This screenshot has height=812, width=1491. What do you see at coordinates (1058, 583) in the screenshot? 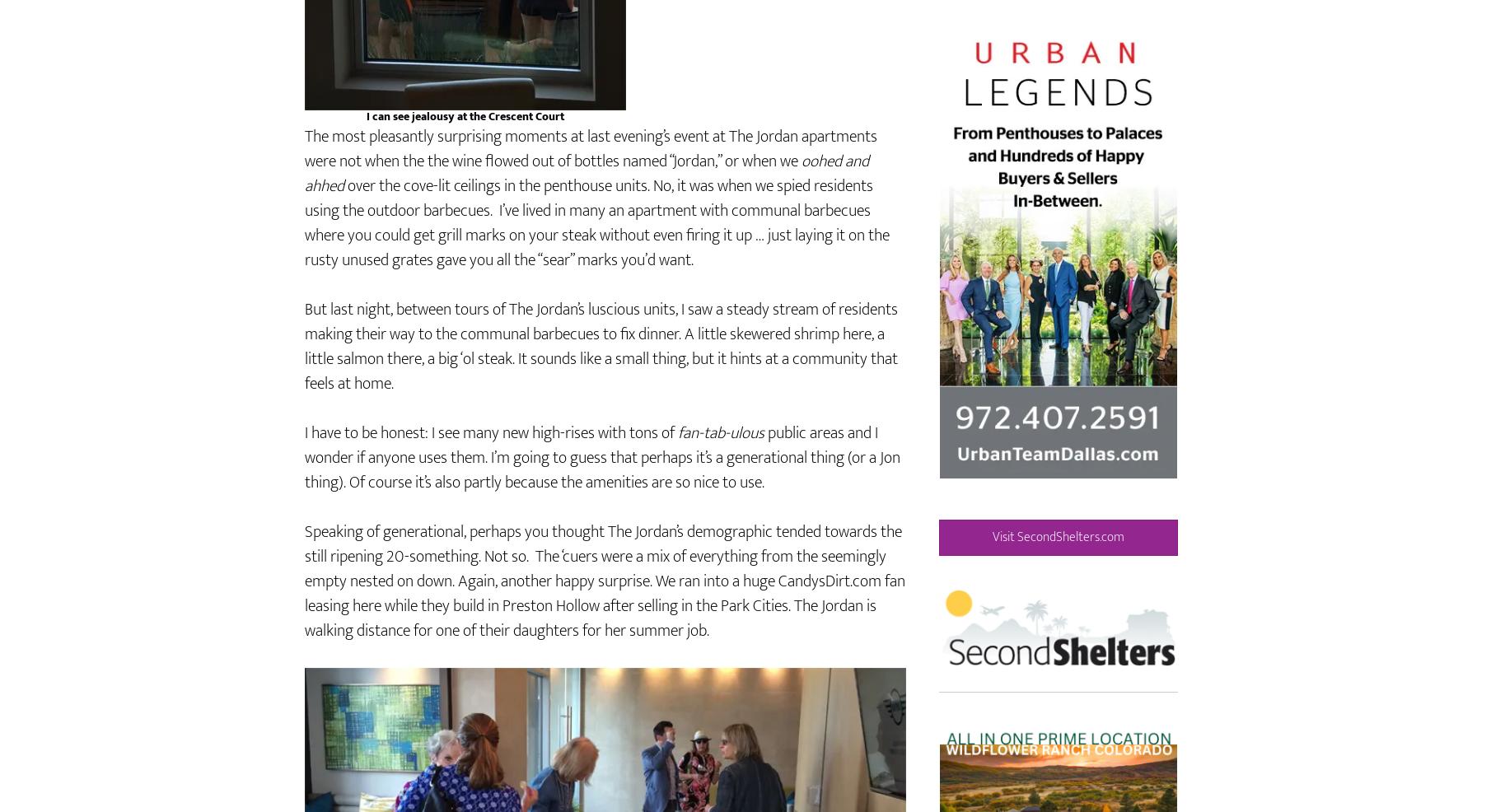
I see `'Visit SecondShelters.com'` at bounding box center [1058, 583].